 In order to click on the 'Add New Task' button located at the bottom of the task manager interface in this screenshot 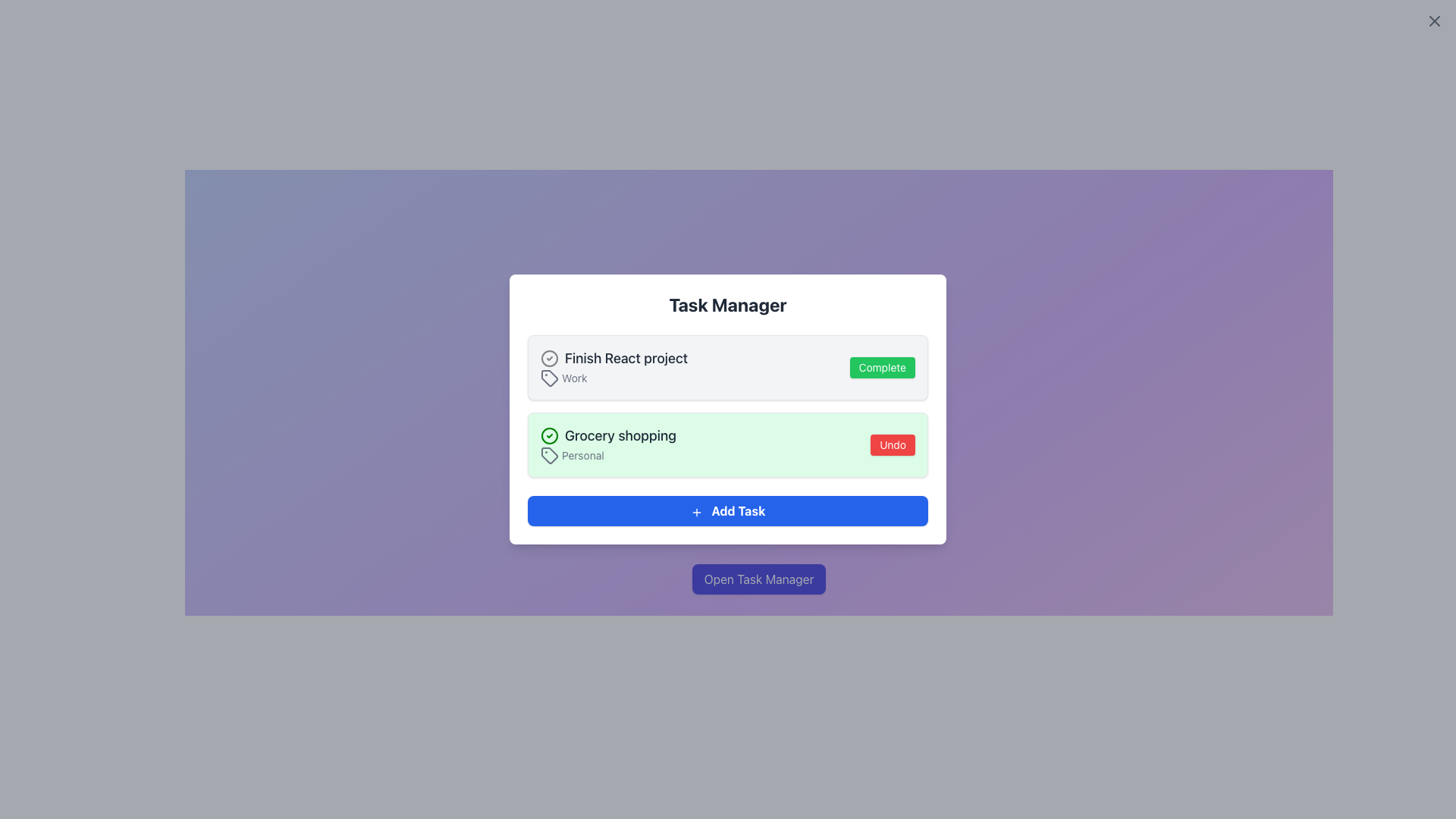, I will do `click(728, 511)`.